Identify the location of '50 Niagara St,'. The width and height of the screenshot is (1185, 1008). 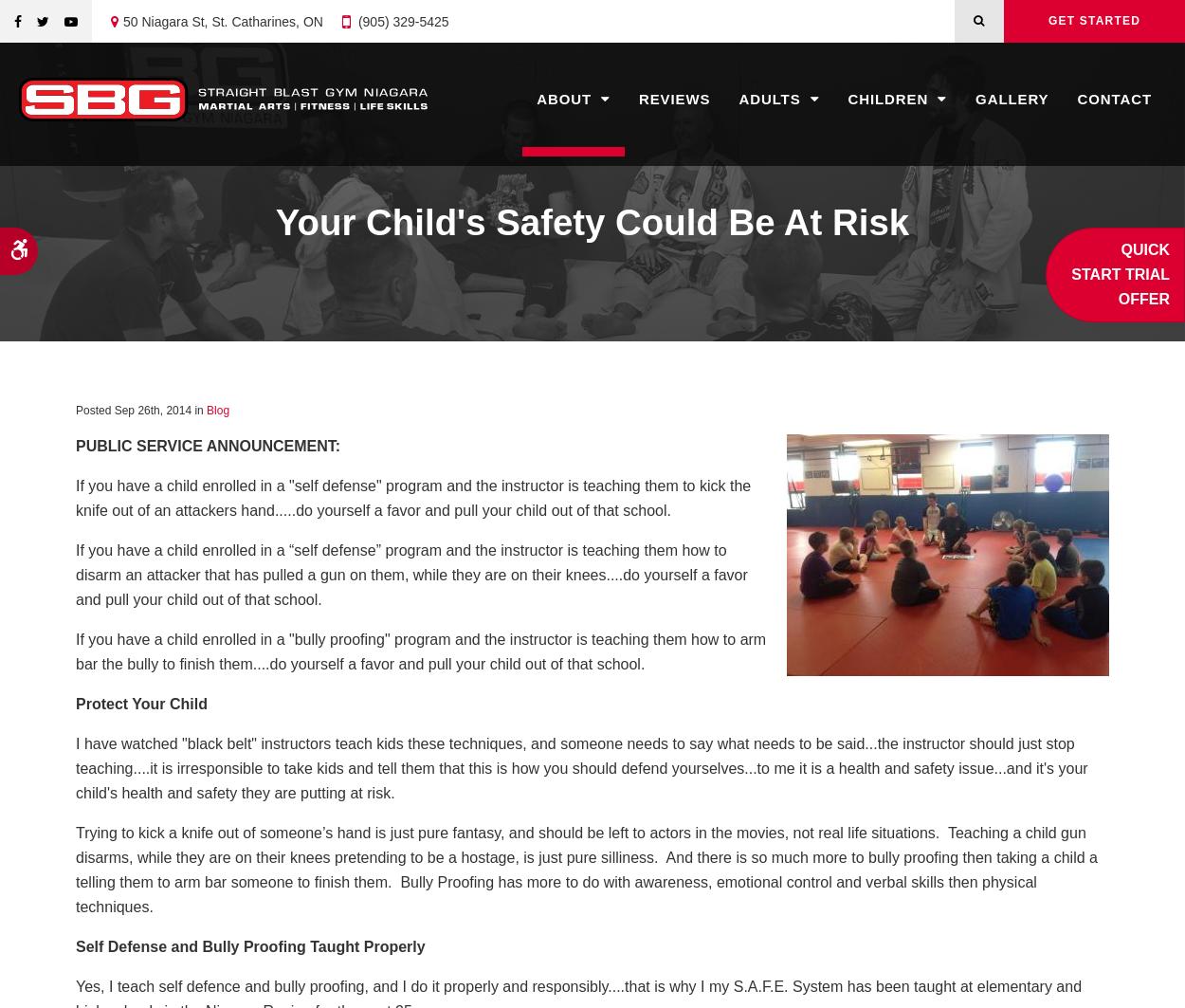
(123, 21).